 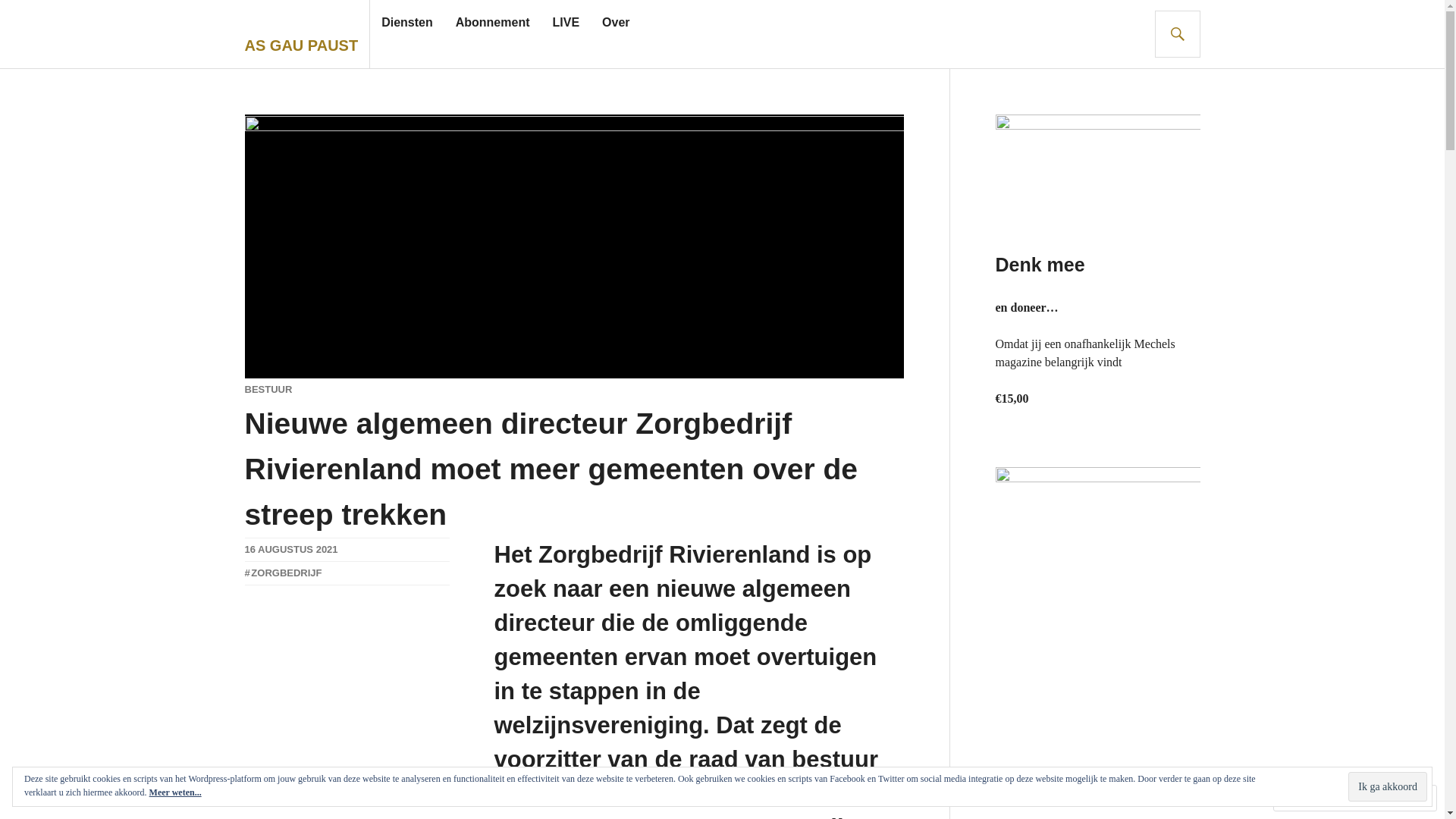 What do you see at coordinates (407, 23) in the screenshot?
I see `'Diensten'` at bounding box center [407, 23].